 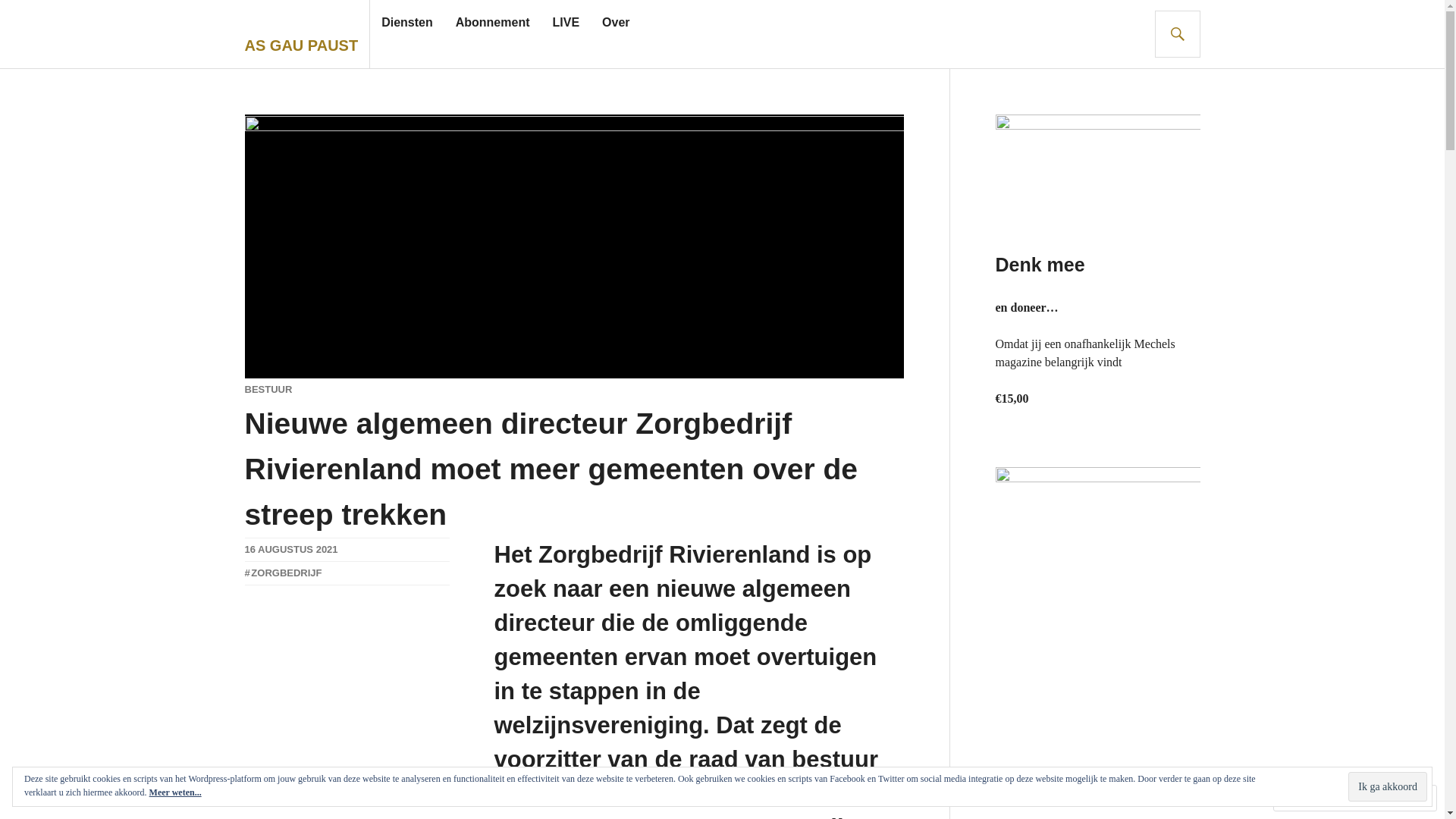 What do you see at coordinates (407, 23) in the screenshot?
I see `'Diensten'` at bounding box center [407, 23].